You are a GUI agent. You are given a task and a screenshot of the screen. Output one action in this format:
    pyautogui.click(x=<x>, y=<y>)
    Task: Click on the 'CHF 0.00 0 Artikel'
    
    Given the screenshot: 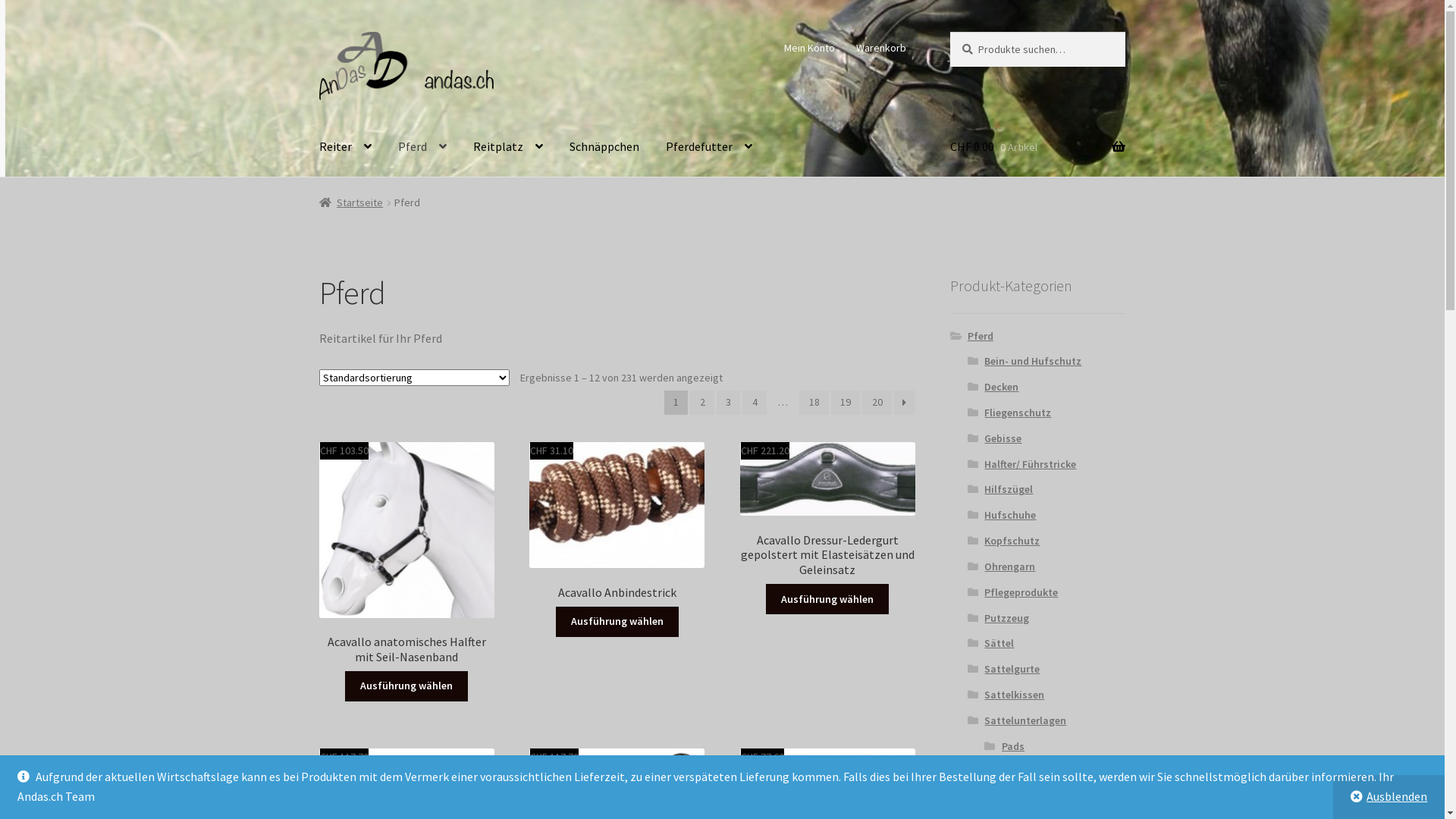 What is the action you would take?
    pyautogui.click(x=1037, y=146)
    